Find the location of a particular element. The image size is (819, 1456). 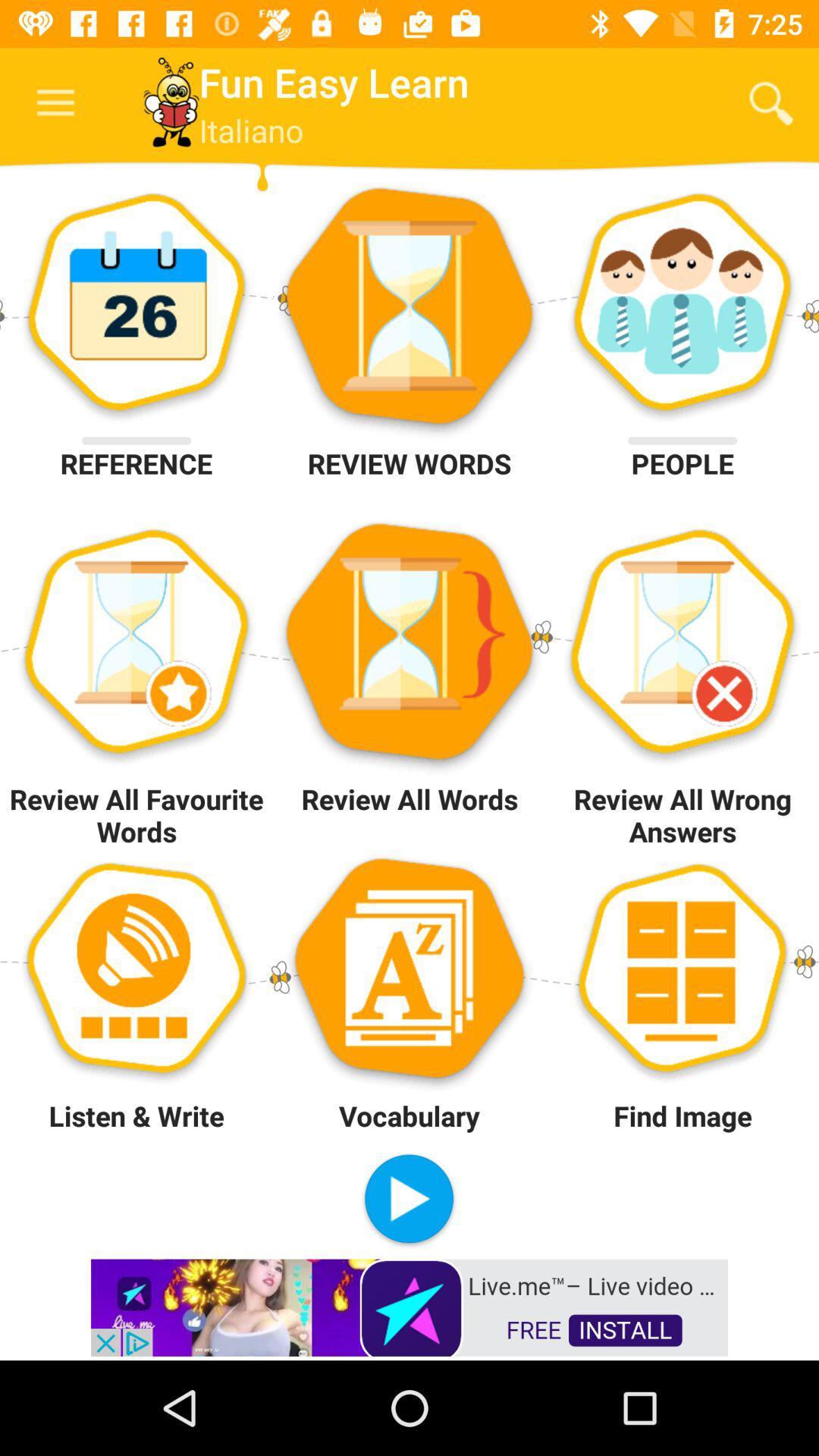

lesson is located at coordinates (408, 1200).